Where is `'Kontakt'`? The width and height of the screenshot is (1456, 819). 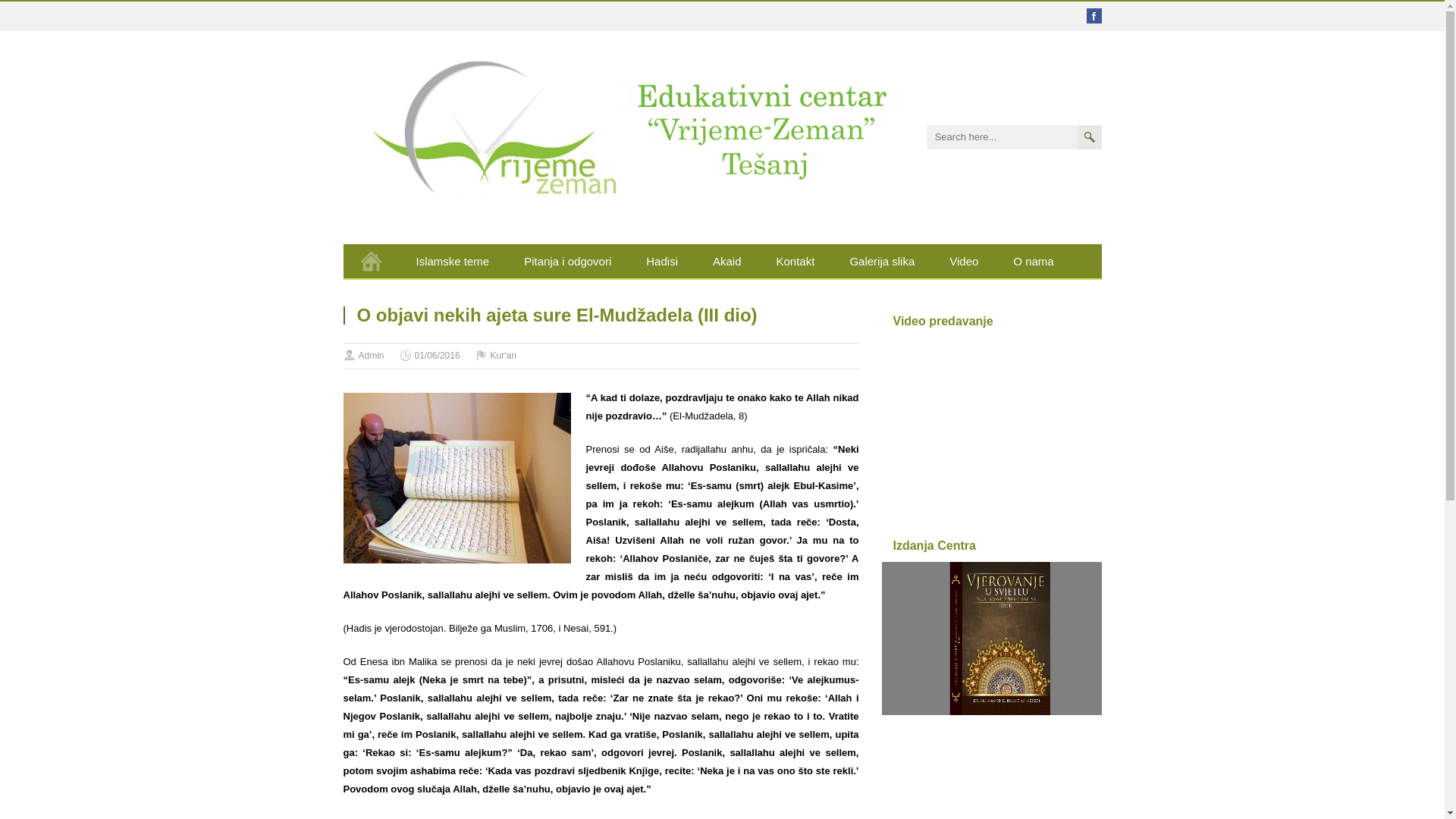 'Kontakt' is located at coordinates (794, 260).